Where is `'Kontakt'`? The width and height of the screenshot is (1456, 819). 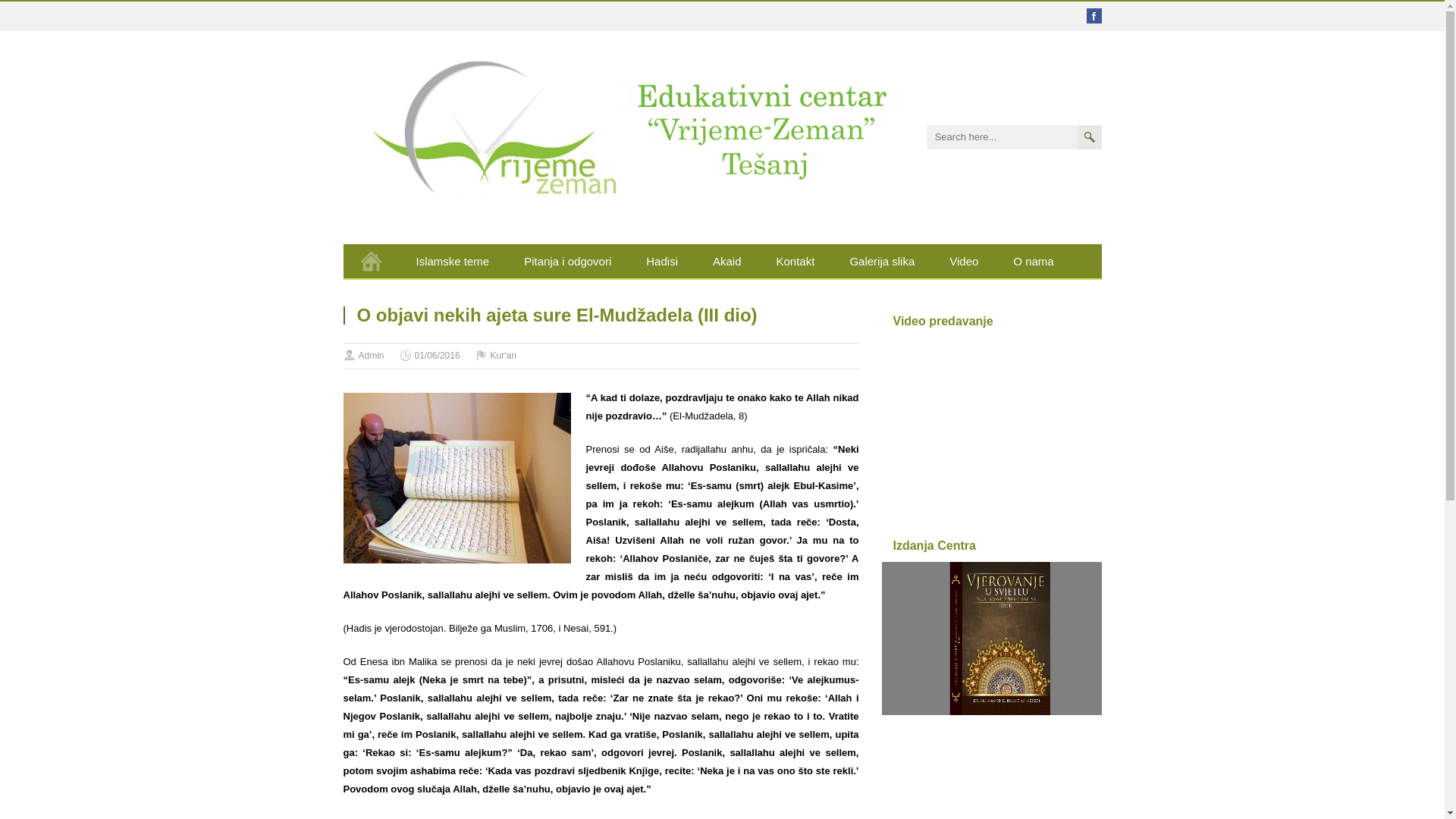 'Kontakt' is located at coordinates (794, 260).